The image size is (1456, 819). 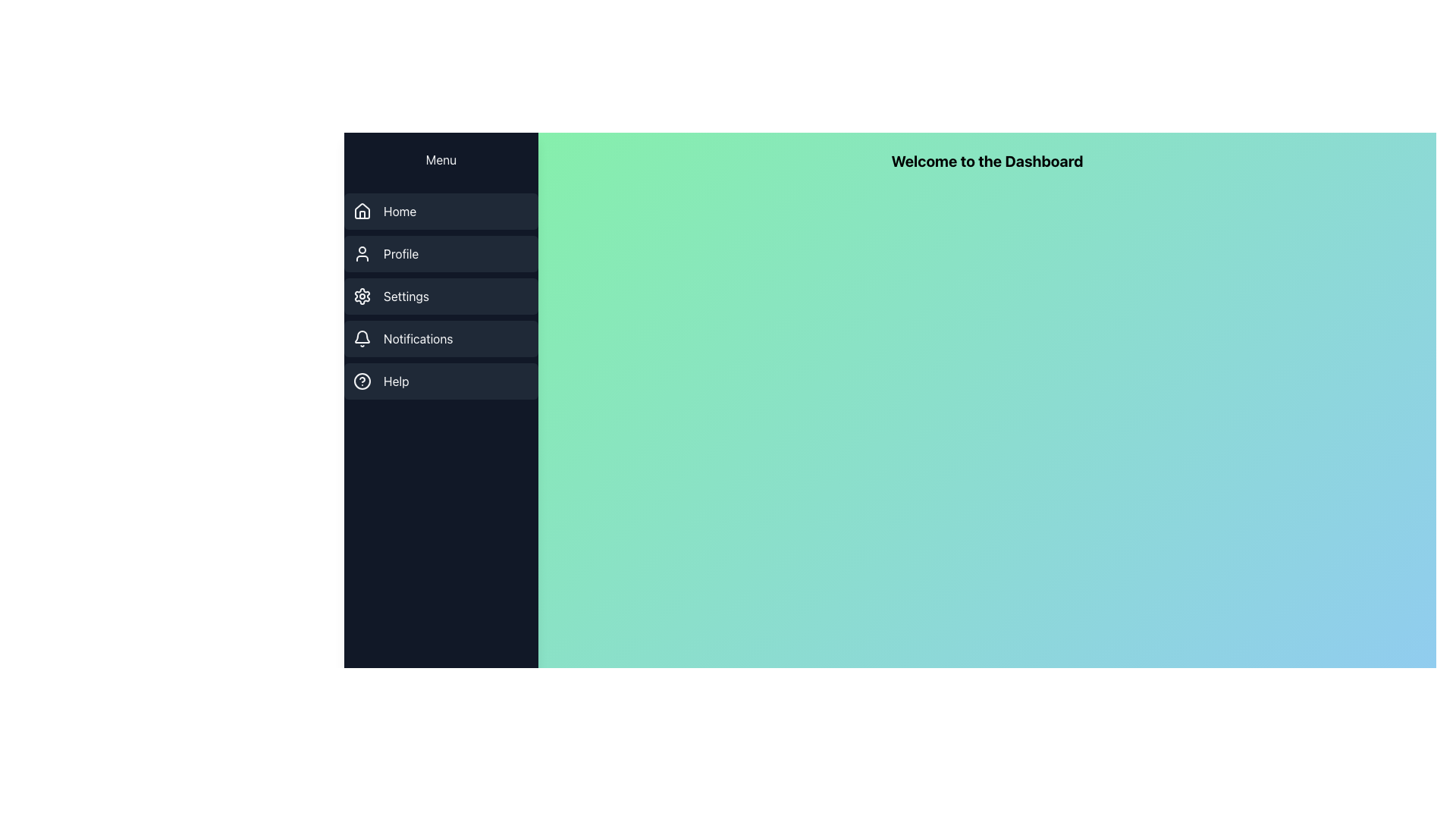 I want to click on Notifications text label in the vertical navigation menu, which is the fourth item in the list, to understand its purpose, so click(x=418, y=338).